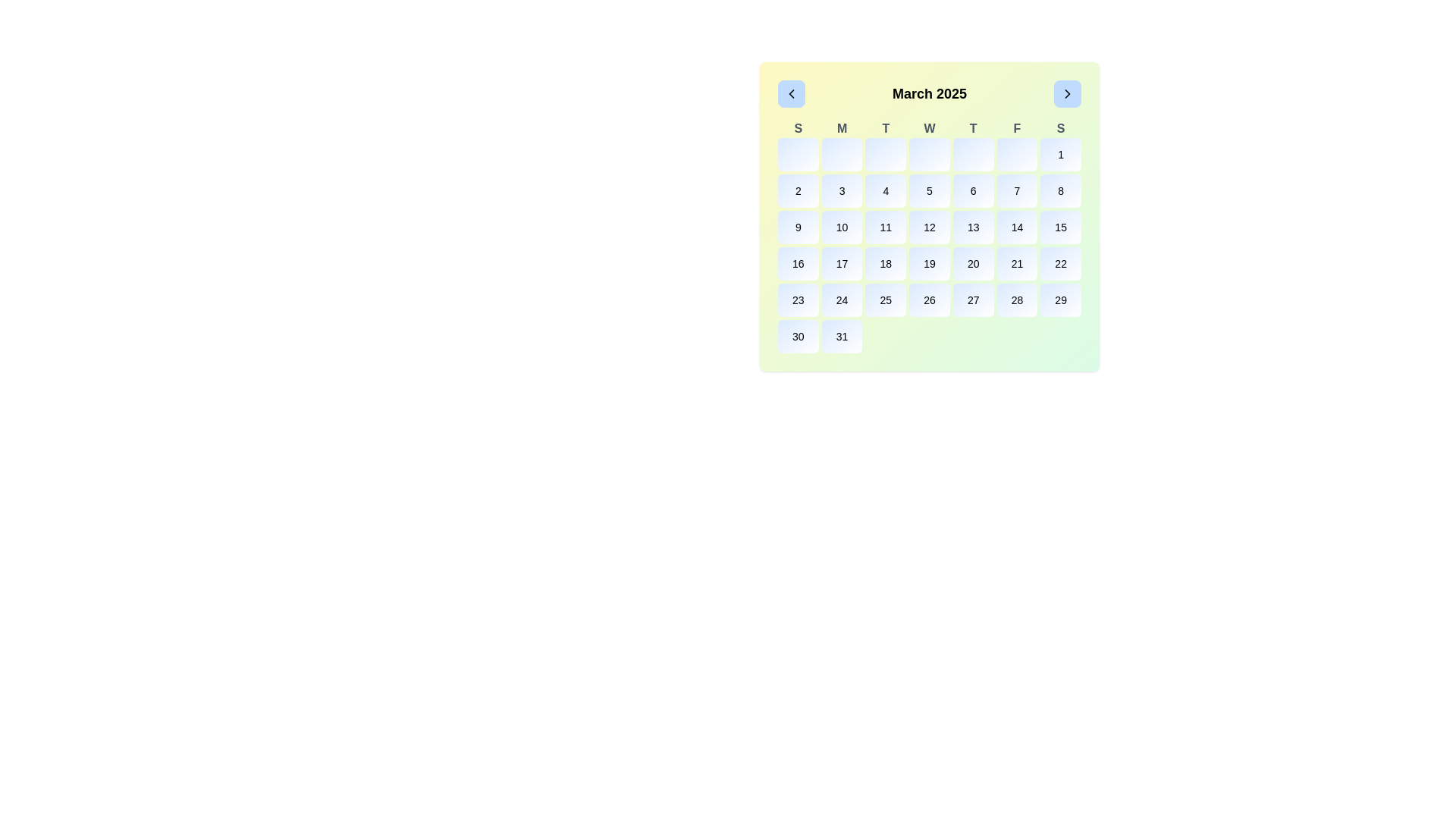  I want to click on the button with rounded corners and a light blue background located in the header section of the calendar display, adjacent to 'March 2025', so click(1066, 93).